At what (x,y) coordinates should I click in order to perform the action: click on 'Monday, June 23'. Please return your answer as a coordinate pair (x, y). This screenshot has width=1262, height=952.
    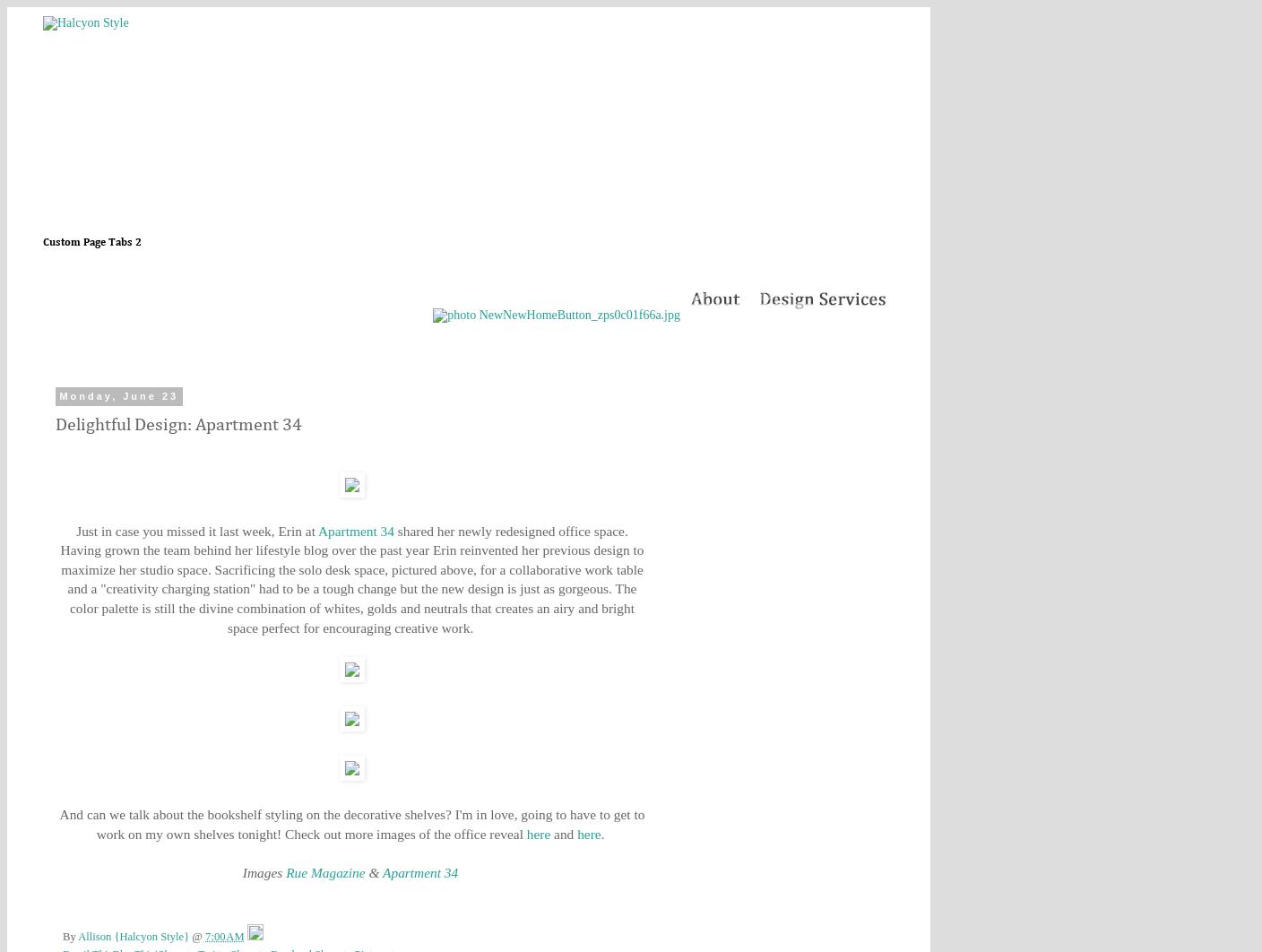
    Looking at the image, I should click on (118, 395).